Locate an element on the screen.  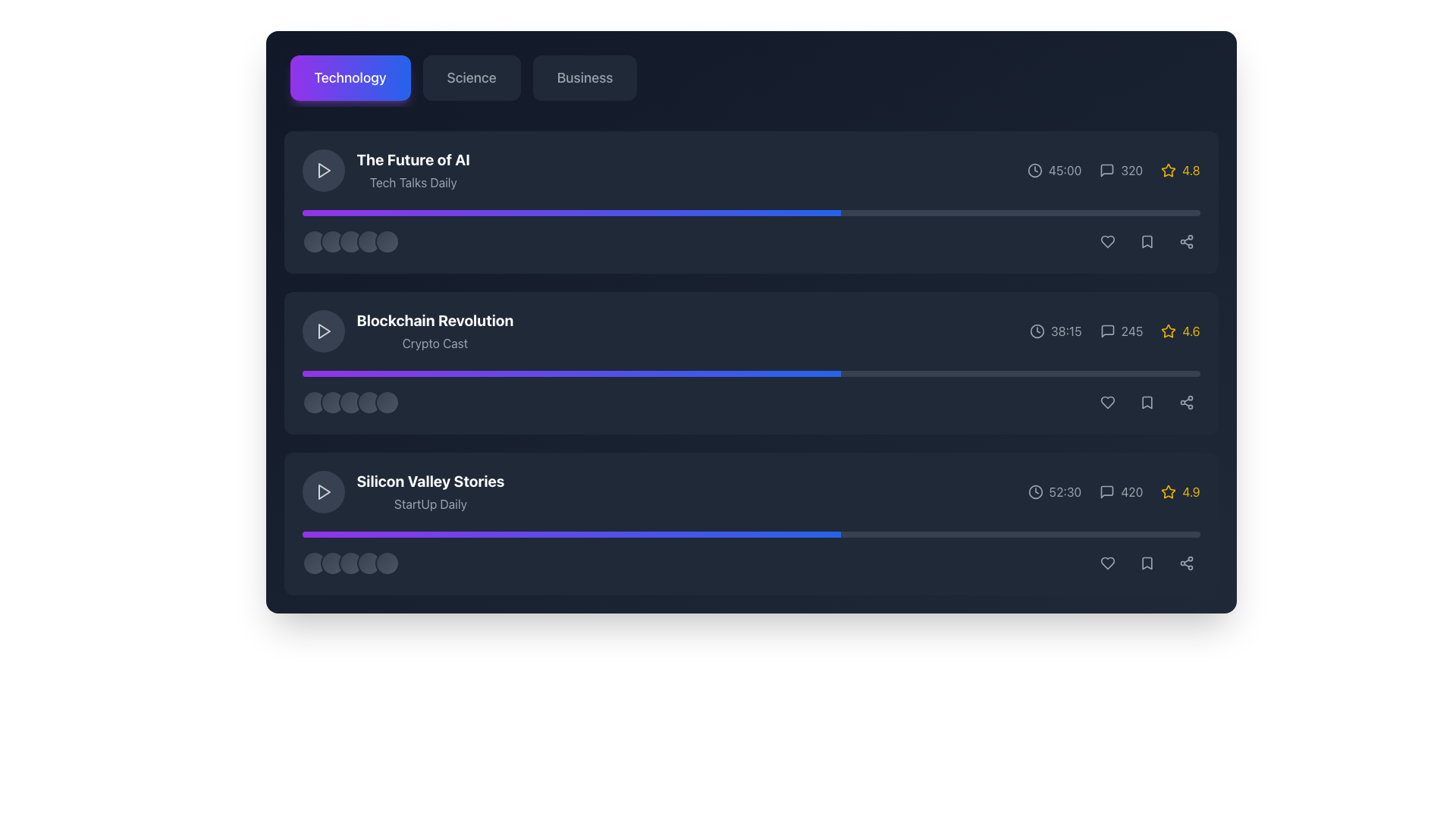
the numerical label displaying '4.6' with a bold yellow text style, which is located to the right of a star icon in the second content card of a vertically stacked list is located at coordinates (1190, 330).